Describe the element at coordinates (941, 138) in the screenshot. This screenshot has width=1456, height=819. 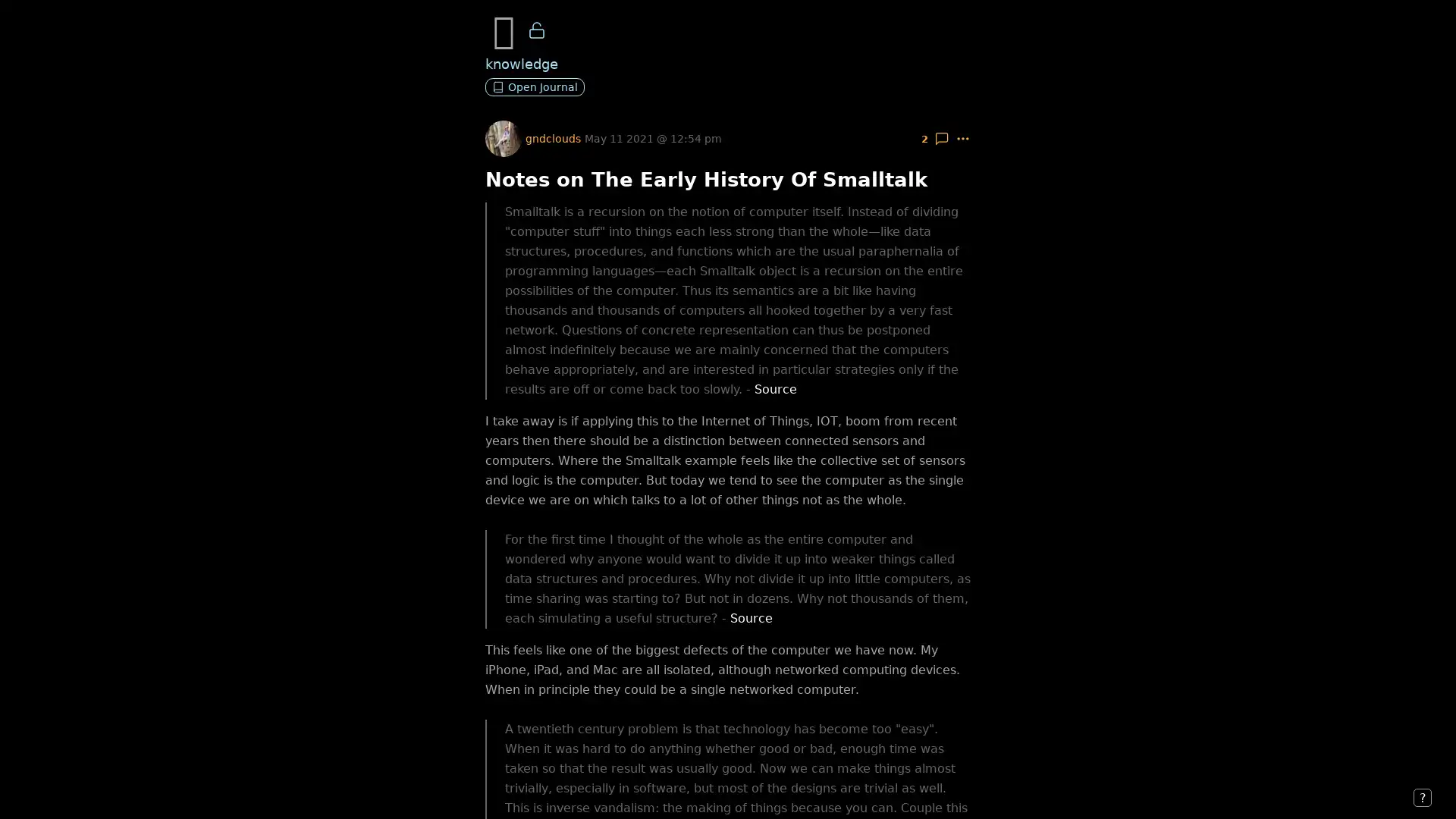
I see `Show in Detail` at that location.